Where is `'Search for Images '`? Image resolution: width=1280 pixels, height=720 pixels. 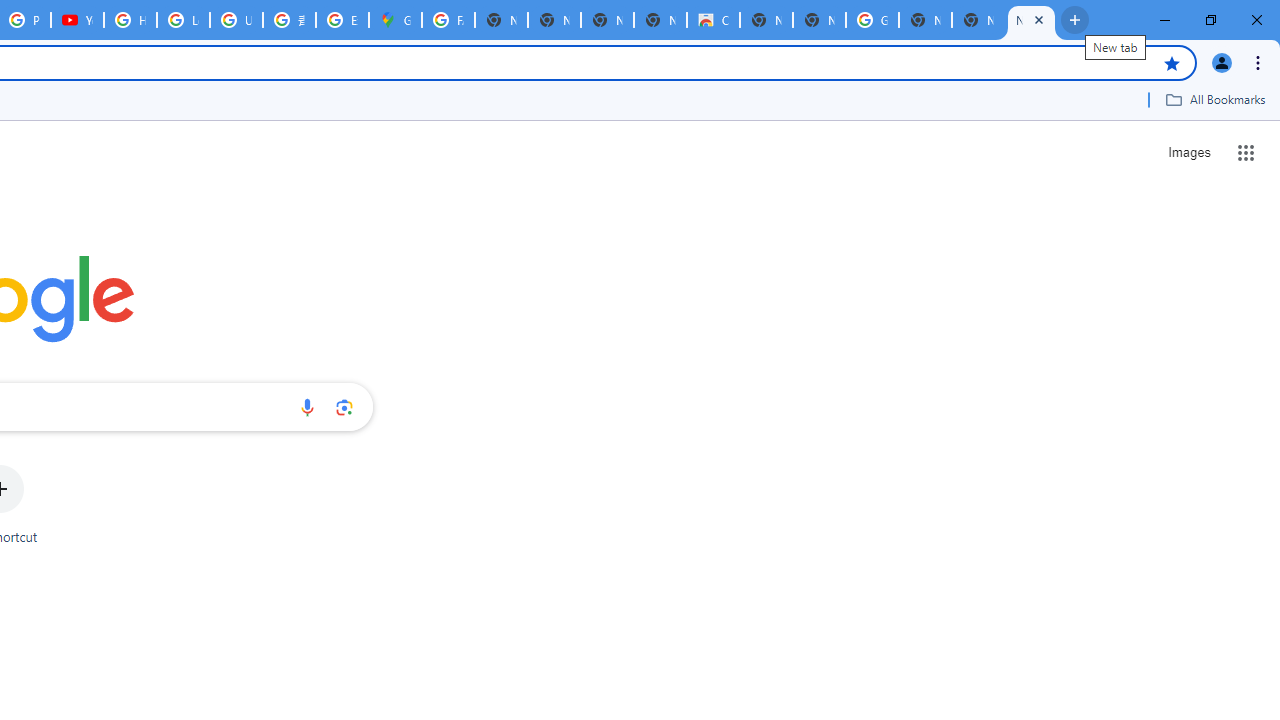
'Search for Images ' is located at coordinates (1189, 152).